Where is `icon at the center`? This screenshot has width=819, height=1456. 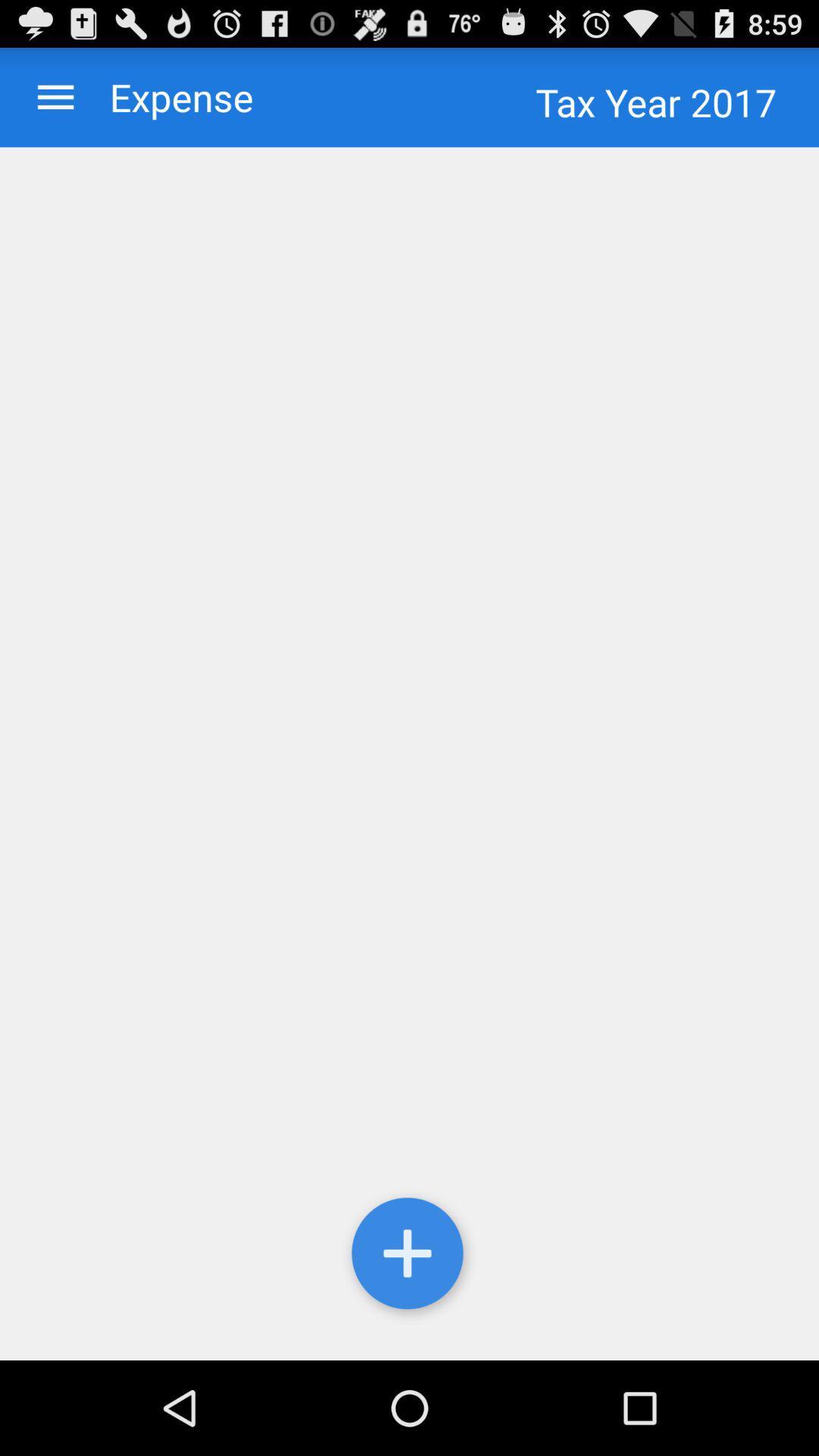
icon at the center is located at coordinates (409, 754).